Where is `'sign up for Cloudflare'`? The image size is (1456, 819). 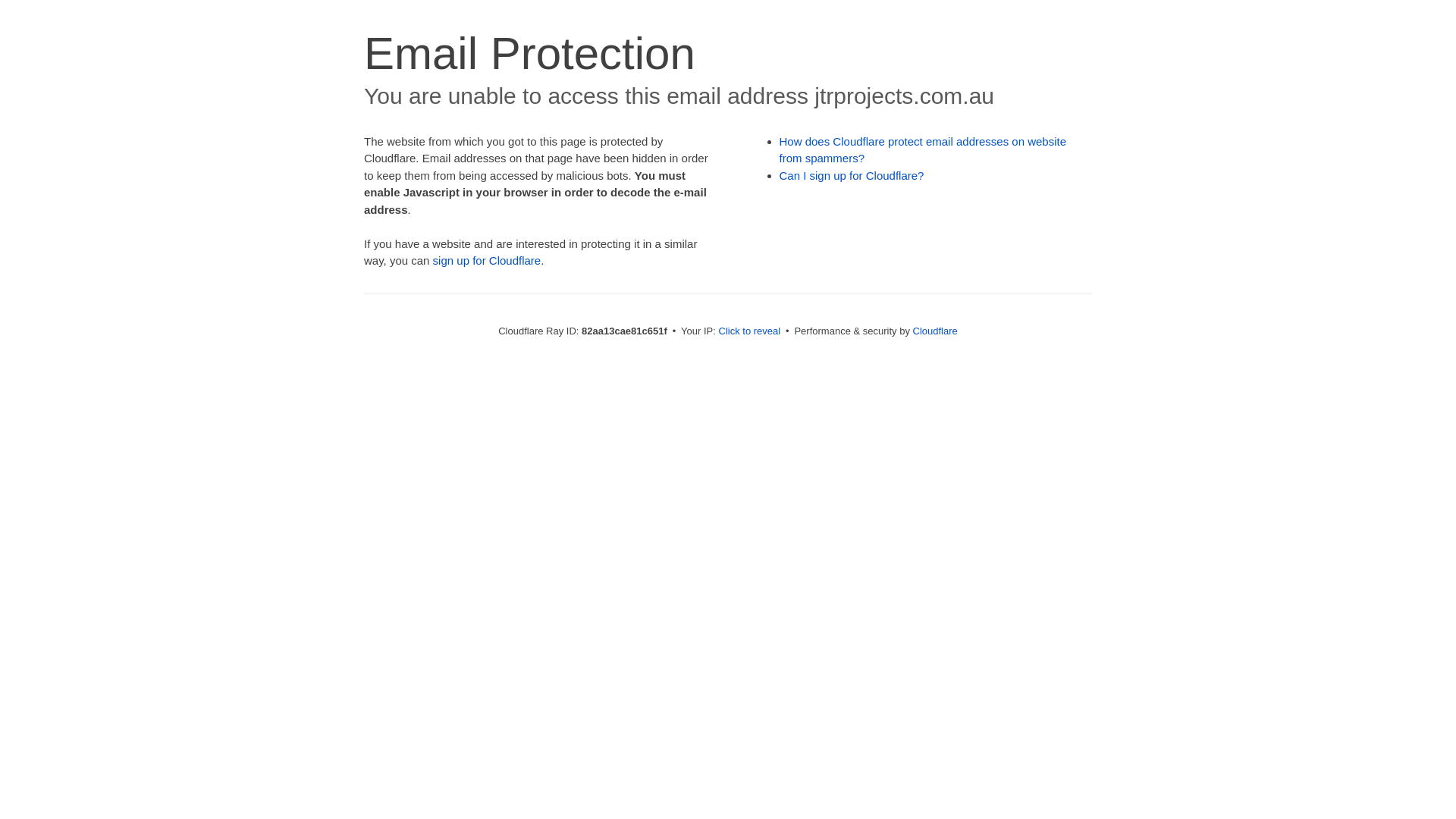 'sign up for Cloudflare' is located at coordinates (487, 259).